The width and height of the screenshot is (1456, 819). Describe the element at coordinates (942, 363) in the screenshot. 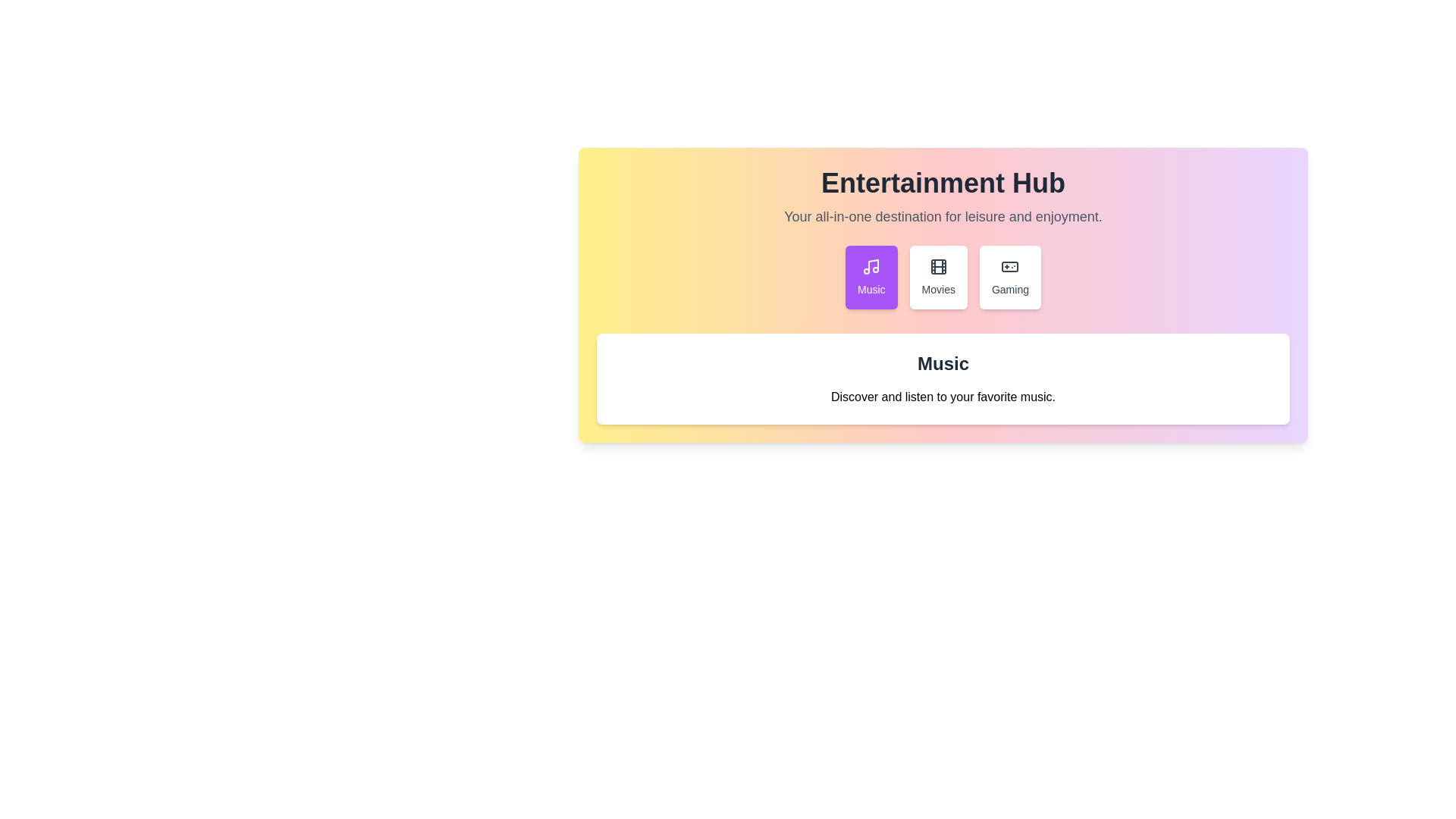

I see `heading text element which serves as the title for the content related to 'Music', located at the top center of the card component` at that location.